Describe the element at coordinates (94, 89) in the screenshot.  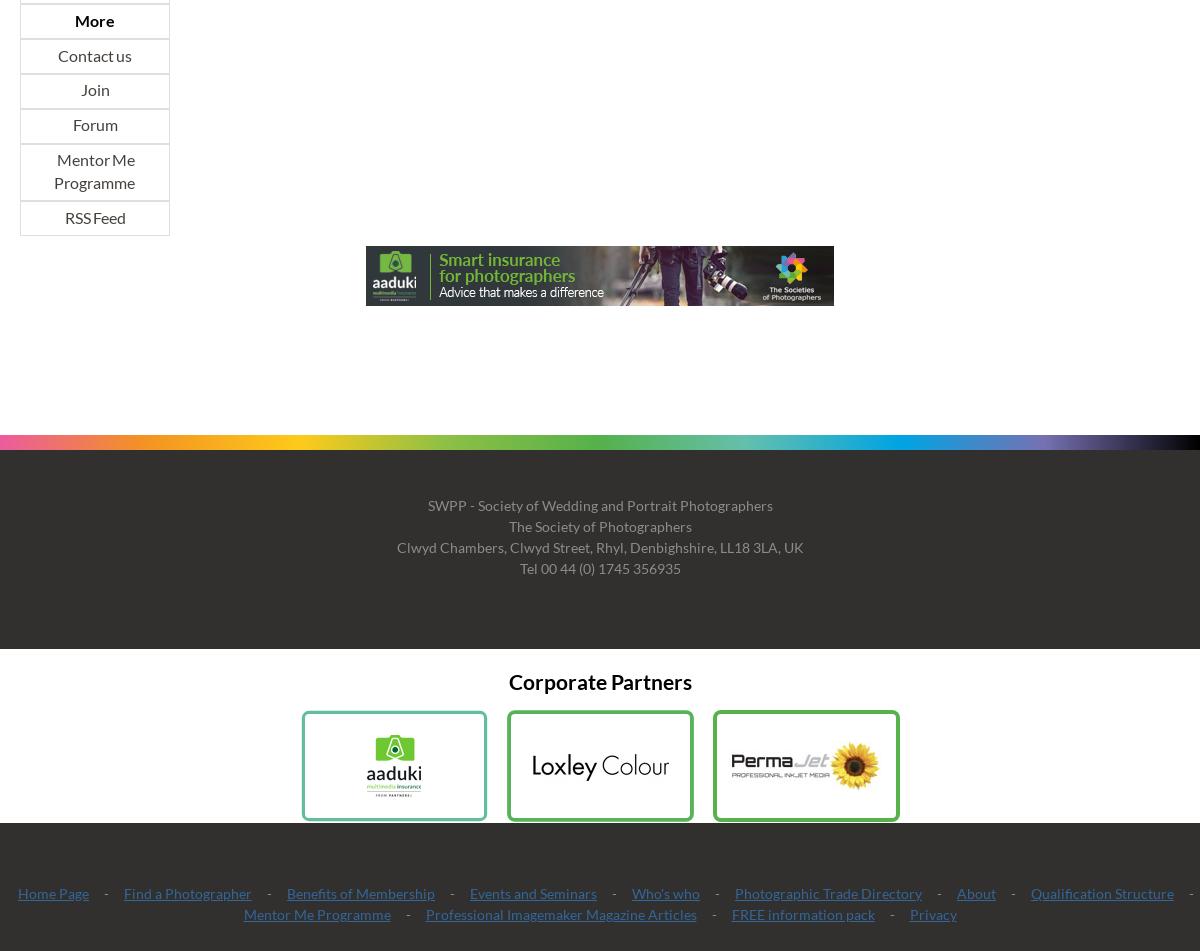
I see `'Join'` at that location.